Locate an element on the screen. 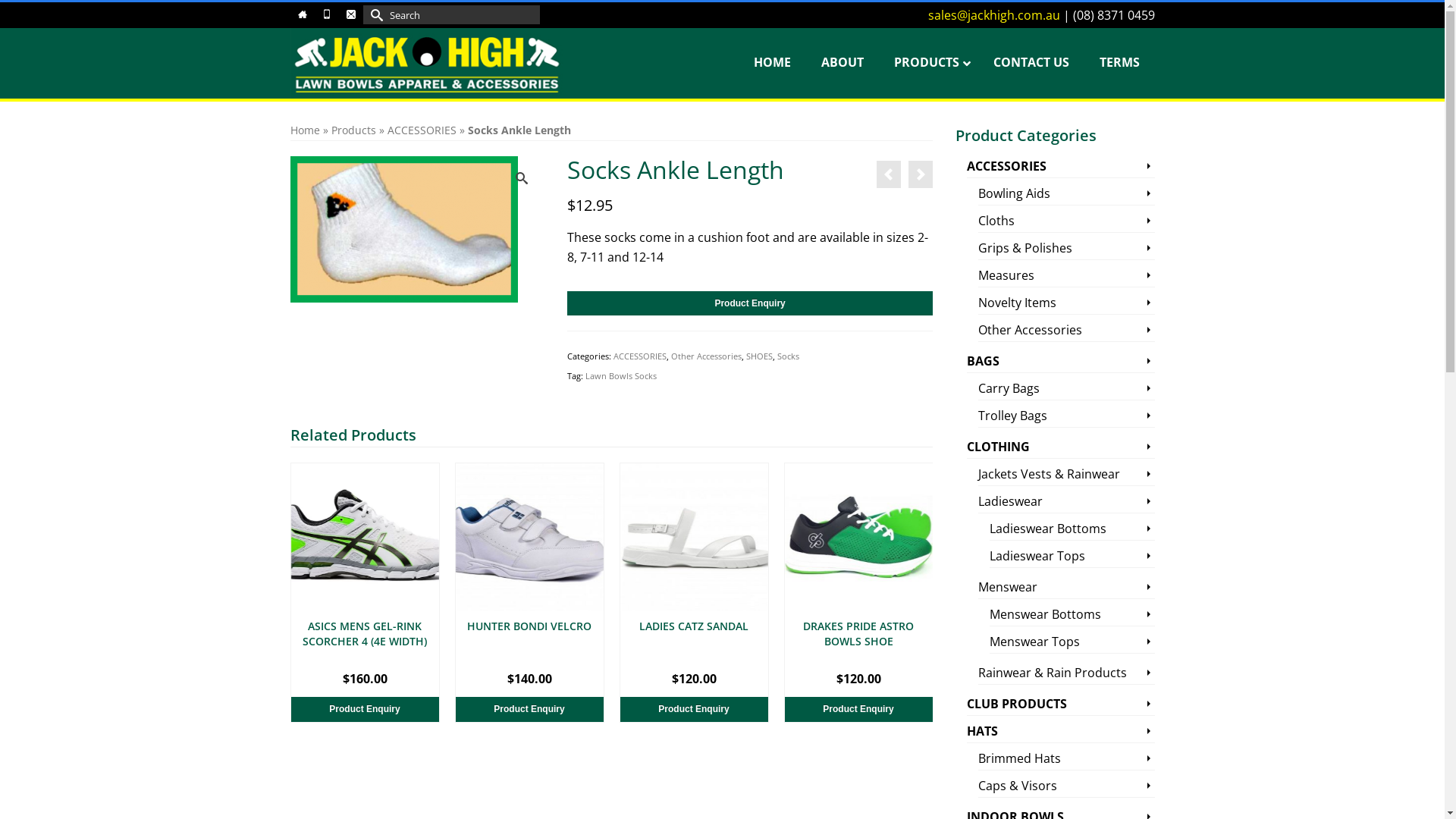  'SHOES' is located at coordinates (759, 356).